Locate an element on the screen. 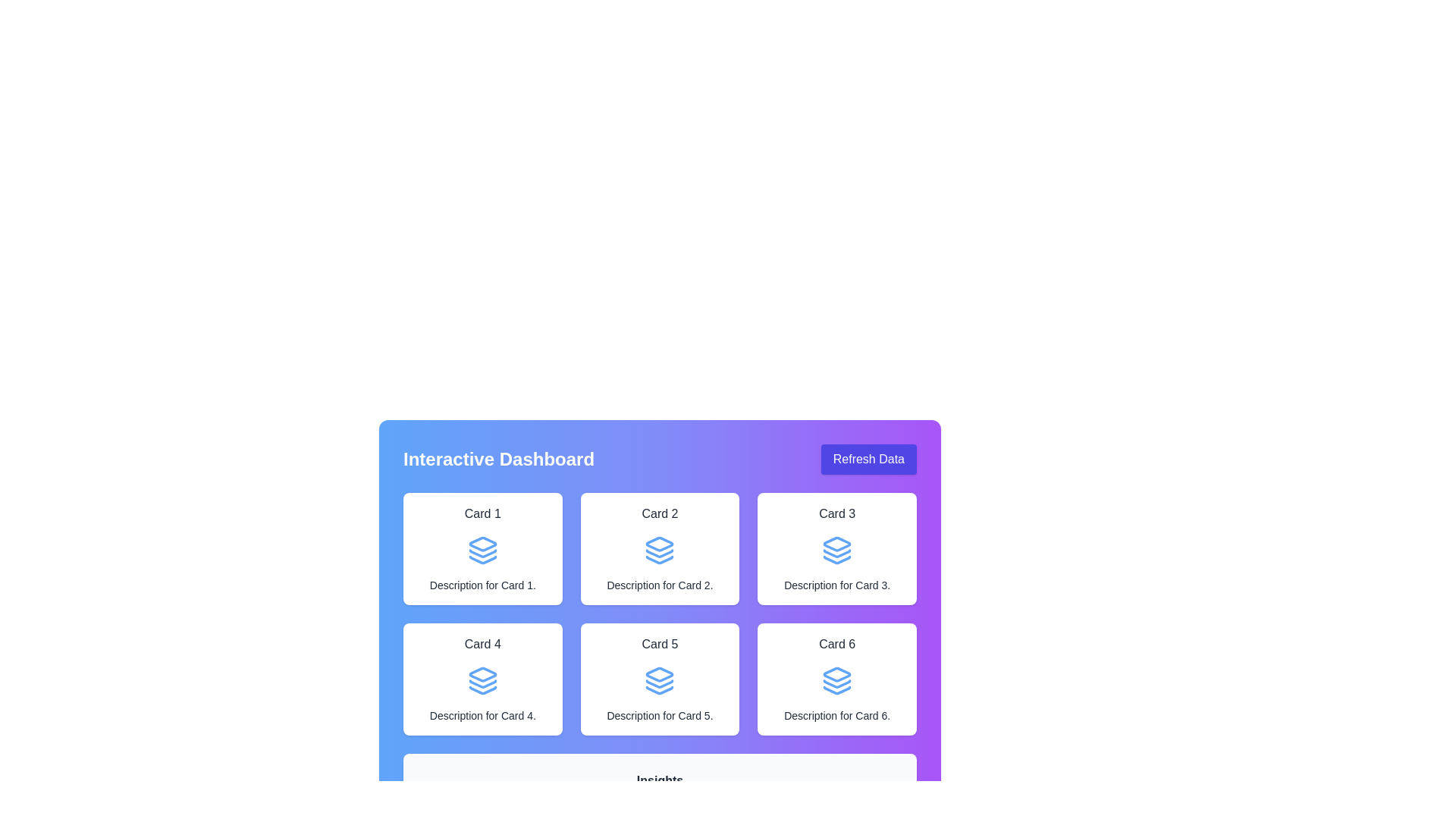  details of the 'Card 6' component located in the bottom-right corner of the grid structure, which includes a short description and an icon is located at coordinates (836, 678).